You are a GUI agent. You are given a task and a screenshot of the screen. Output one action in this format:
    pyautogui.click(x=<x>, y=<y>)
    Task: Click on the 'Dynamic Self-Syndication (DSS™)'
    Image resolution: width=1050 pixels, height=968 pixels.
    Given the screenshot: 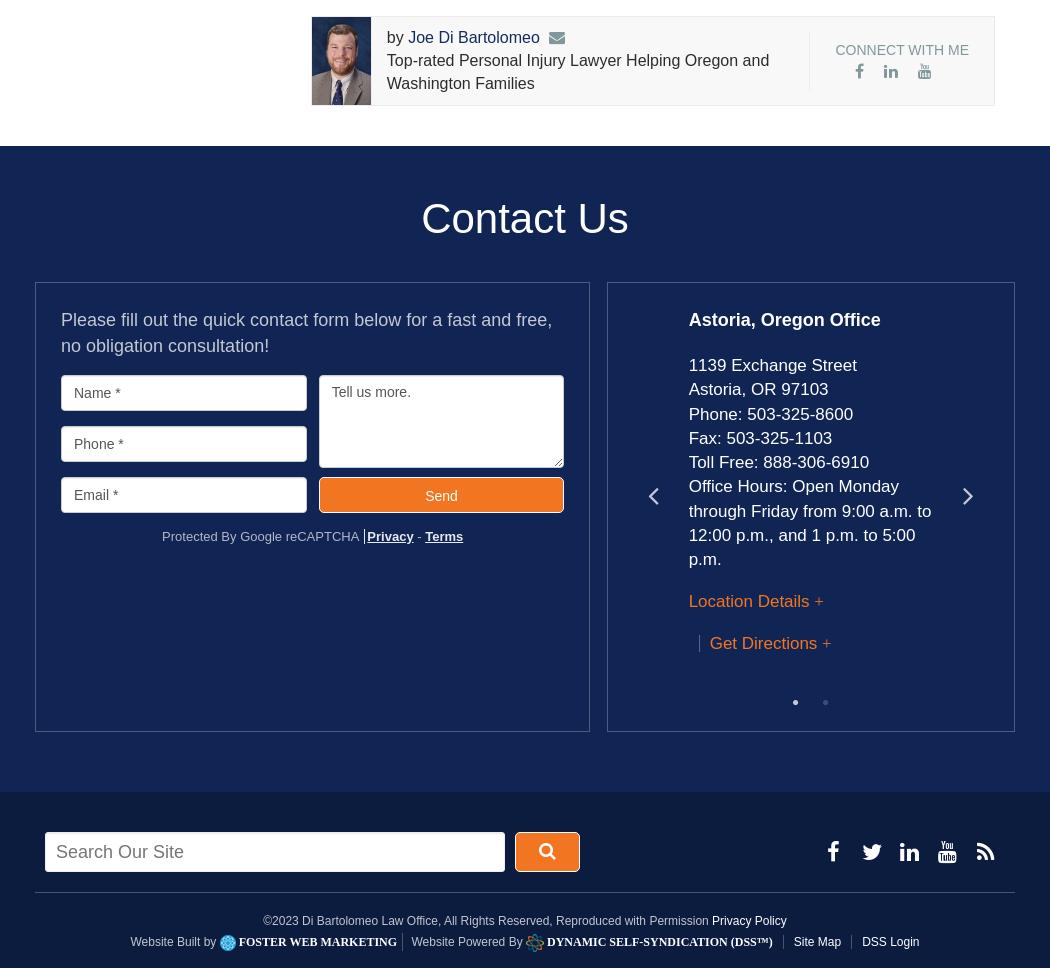 What is the action you would take?
    pyautogui.click(x=542, y=939)
    